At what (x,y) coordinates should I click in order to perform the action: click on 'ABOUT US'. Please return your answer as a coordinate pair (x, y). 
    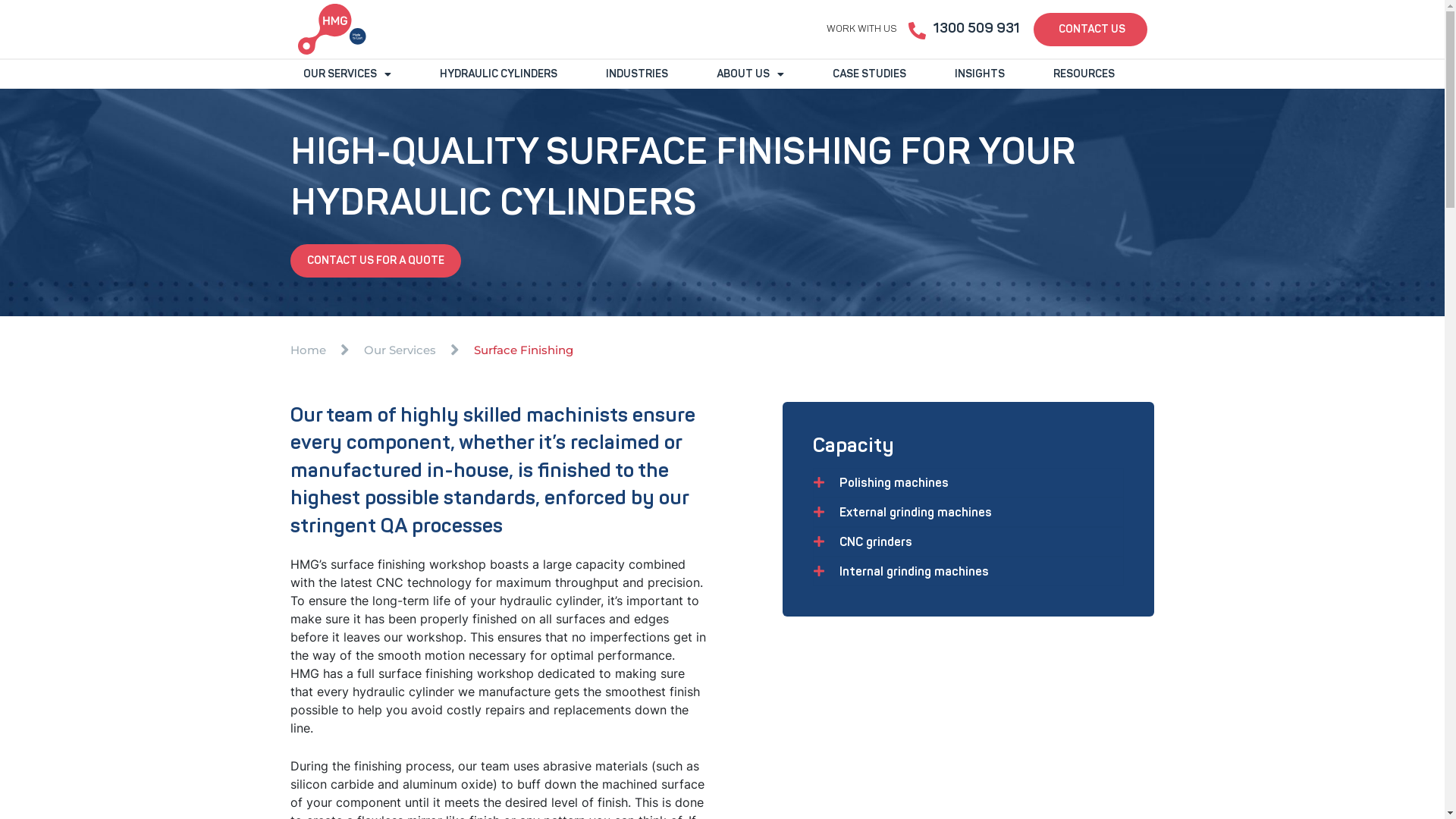
    Looking at the image, I should click on (750, 74).